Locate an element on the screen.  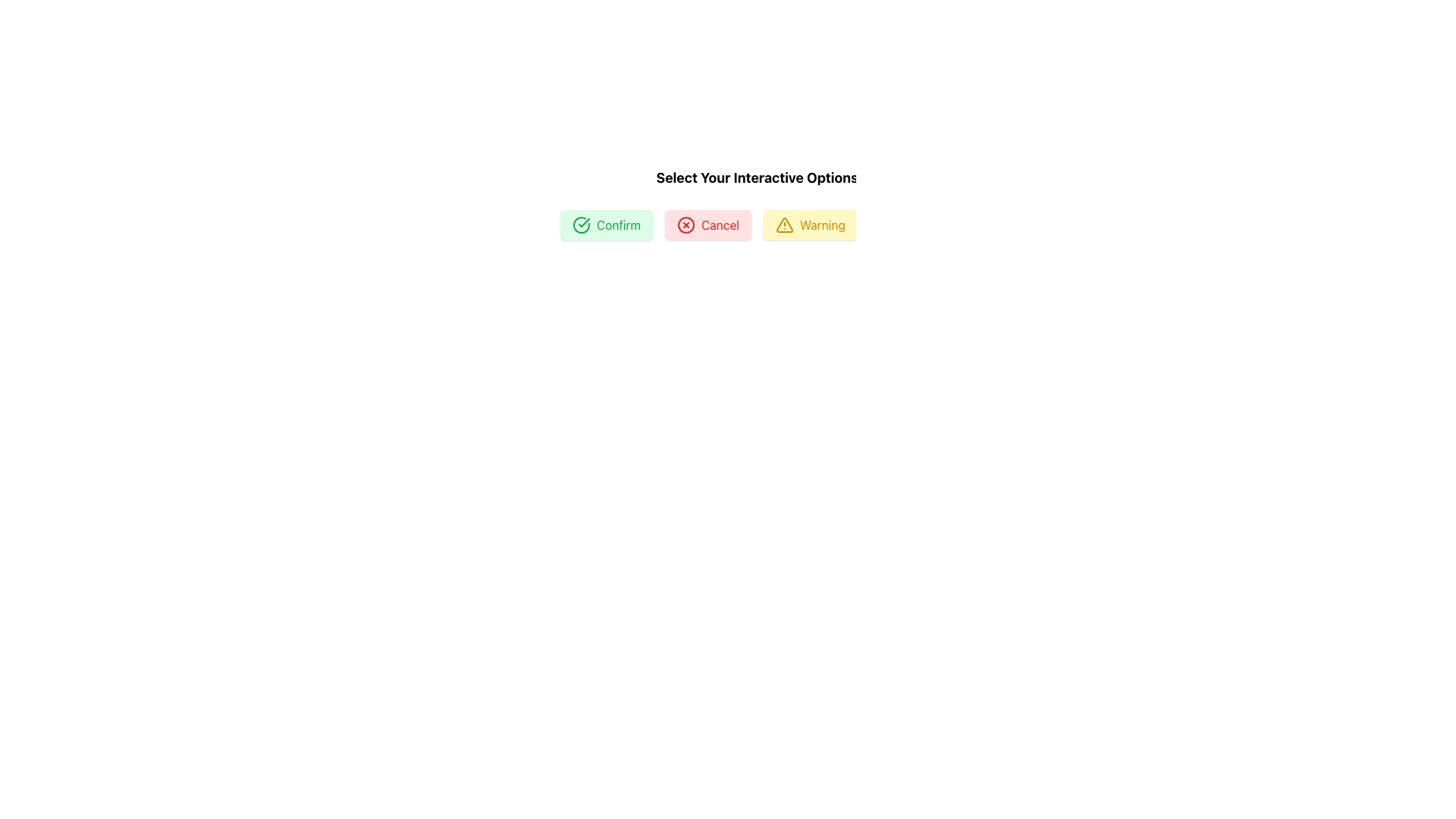
the pointer across the button group located below the title text 'Select Your Interactive Options:', which consists of four interactive buttons is located at coordinates (698, 203).